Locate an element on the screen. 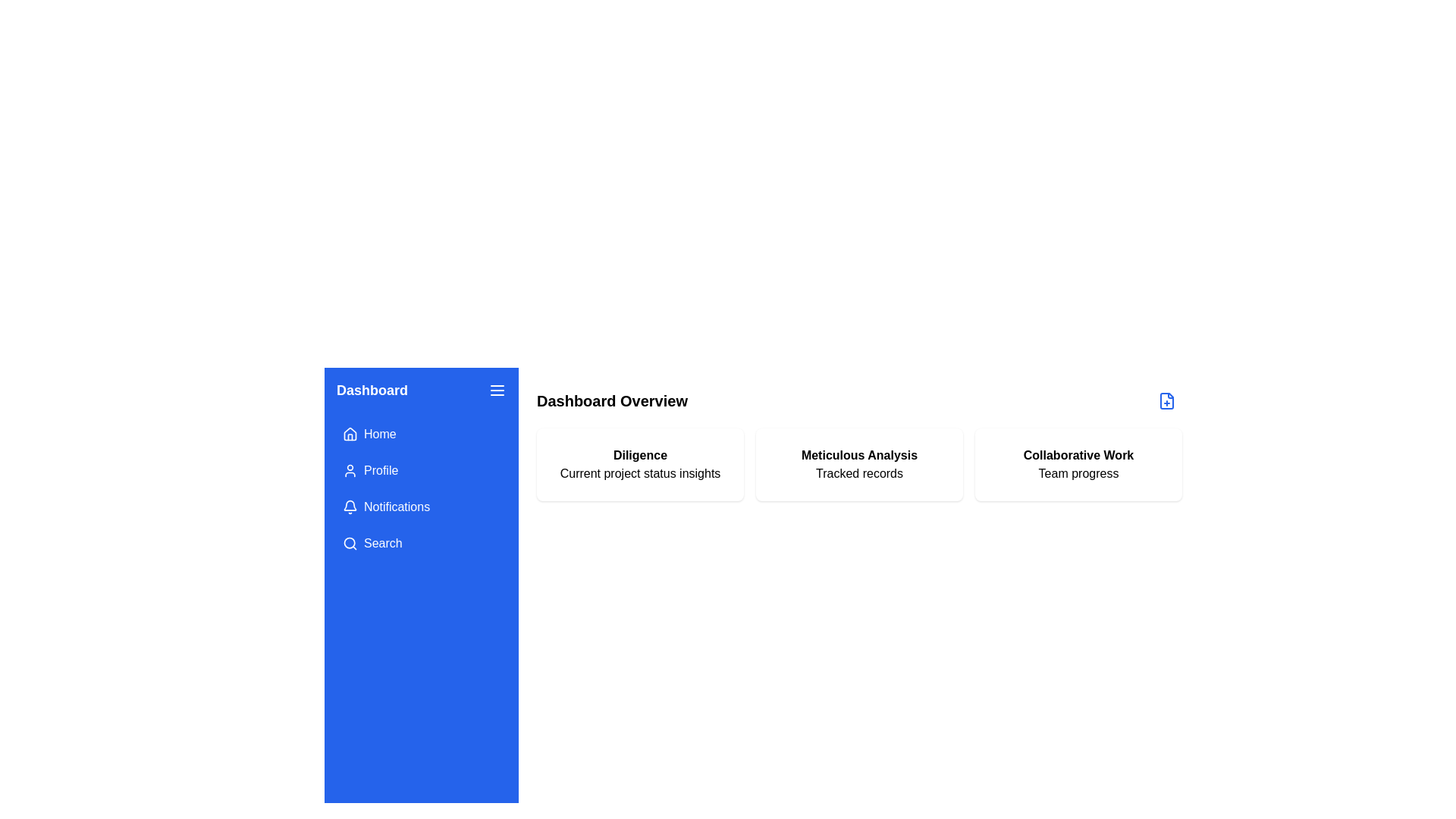 The image size is (1456, 819). the bell icon representing the Notifications section in the sidebar, which is adjacent to the 'Notifications' text link is located at coordinates (349, 507).